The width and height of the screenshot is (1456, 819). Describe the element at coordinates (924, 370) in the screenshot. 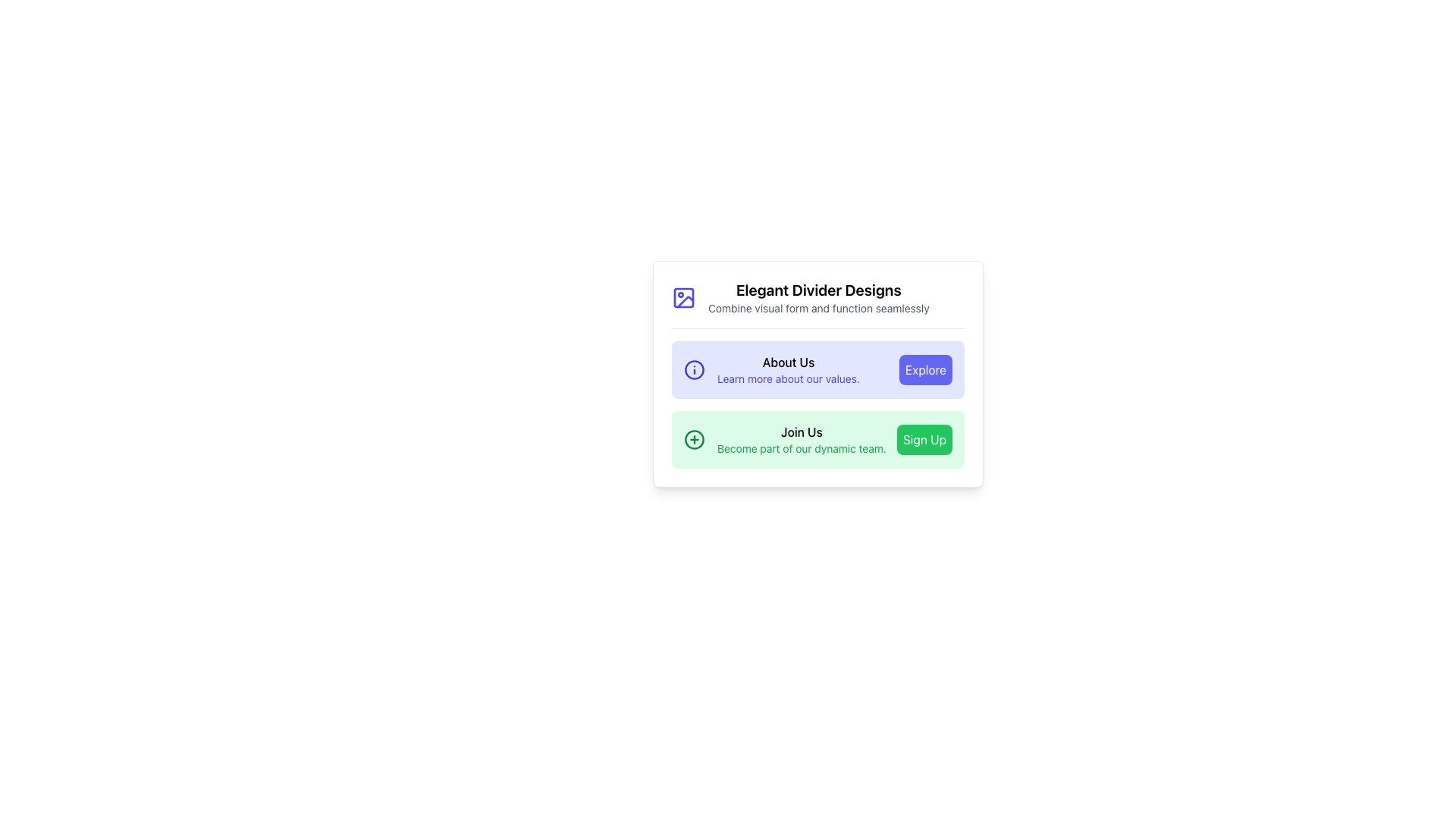

I see `the 'Explore' button located on the right side of the 'About Us' section` at that location.